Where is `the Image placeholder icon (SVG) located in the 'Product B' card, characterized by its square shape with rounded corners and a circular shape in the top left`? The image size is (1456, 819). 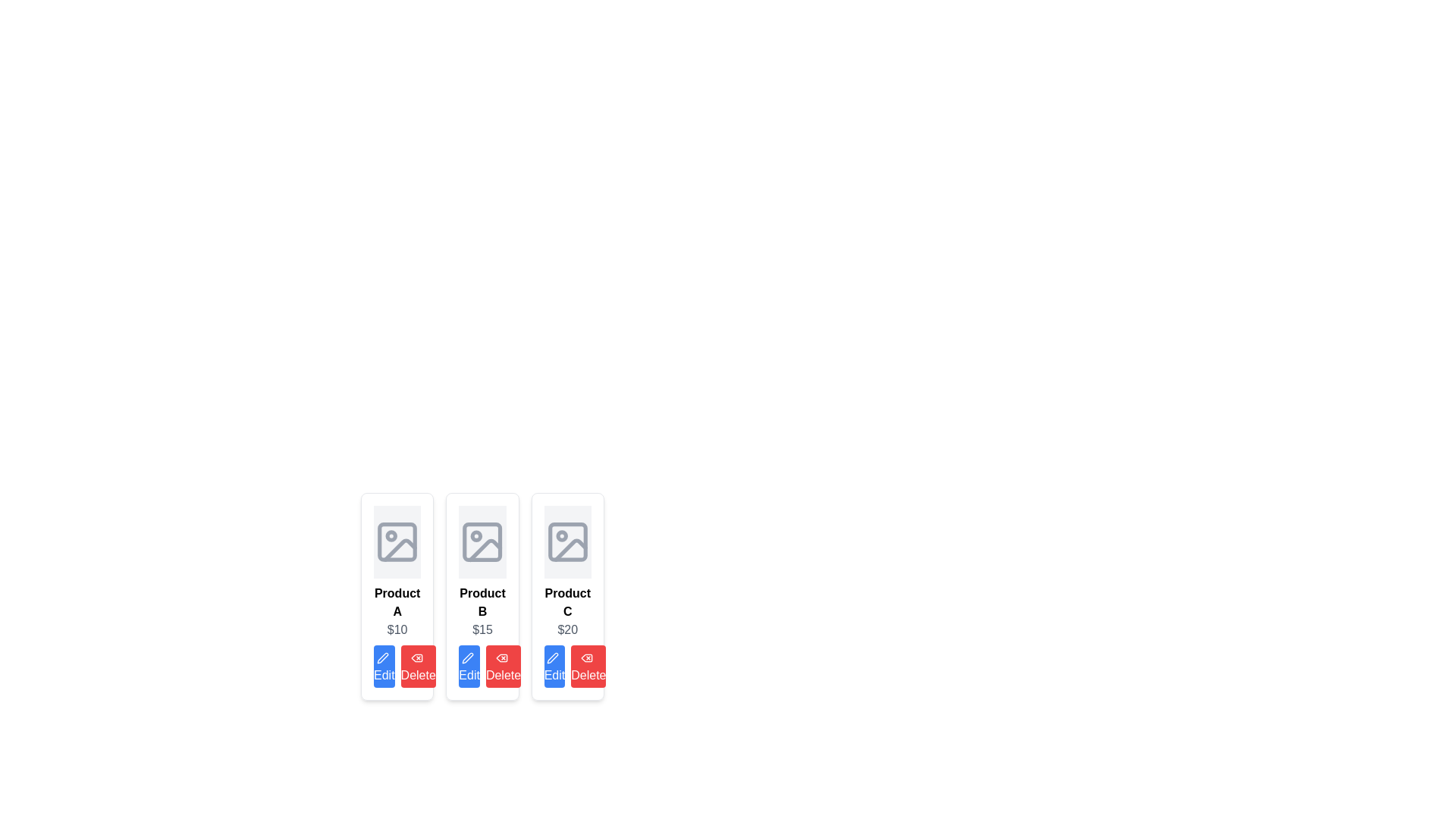
the Image placeholder icon (SVG) located in the 'Product B' card, characterized by its square shape with rounded corners and a circular shape in the top left is located at coordinates (482, 541).